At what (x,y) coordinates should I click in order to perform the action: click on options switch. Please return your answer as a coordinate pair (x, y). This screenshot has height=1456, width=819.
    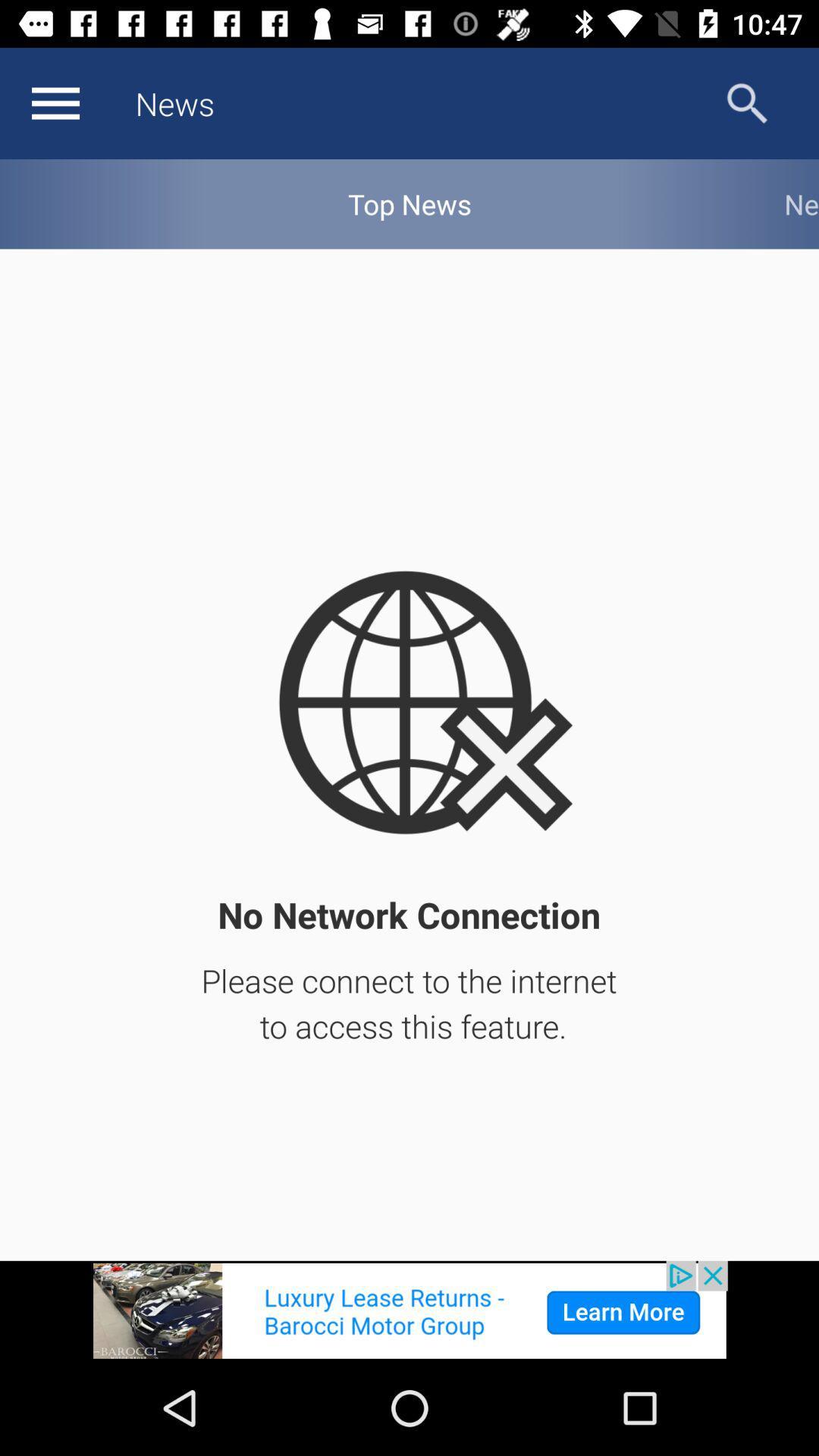
    Looking at the image, I should click on (55, 102).